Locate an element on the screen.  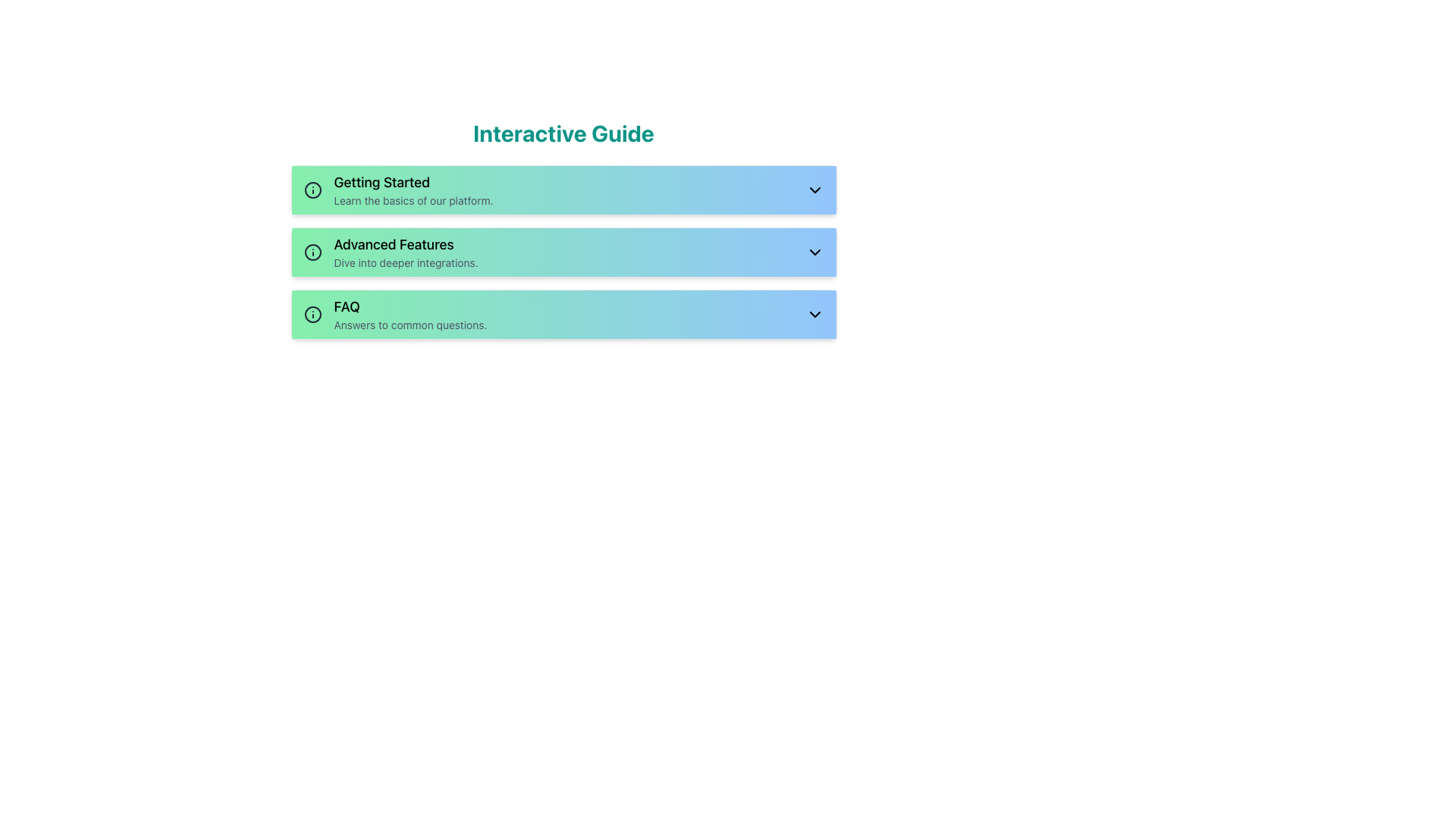
the dropdown arrow icon located at the right edge of the 'Getting Started' section is located at coordinates (814, 189).